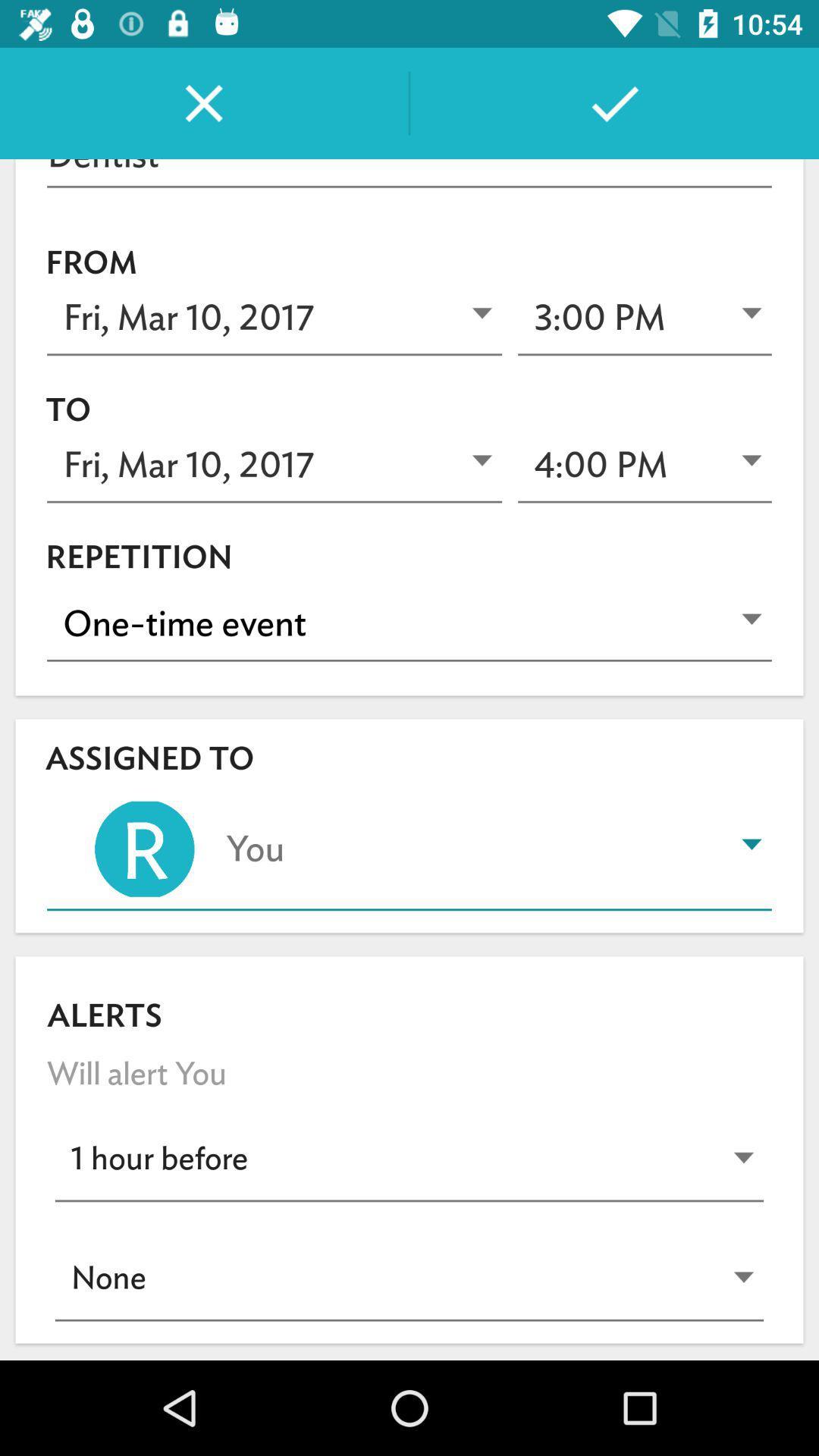  What do you see at coordinates (614, 102) in the screenshot?
I see `the button which is top right of the page` at bounding box center [614, 102].